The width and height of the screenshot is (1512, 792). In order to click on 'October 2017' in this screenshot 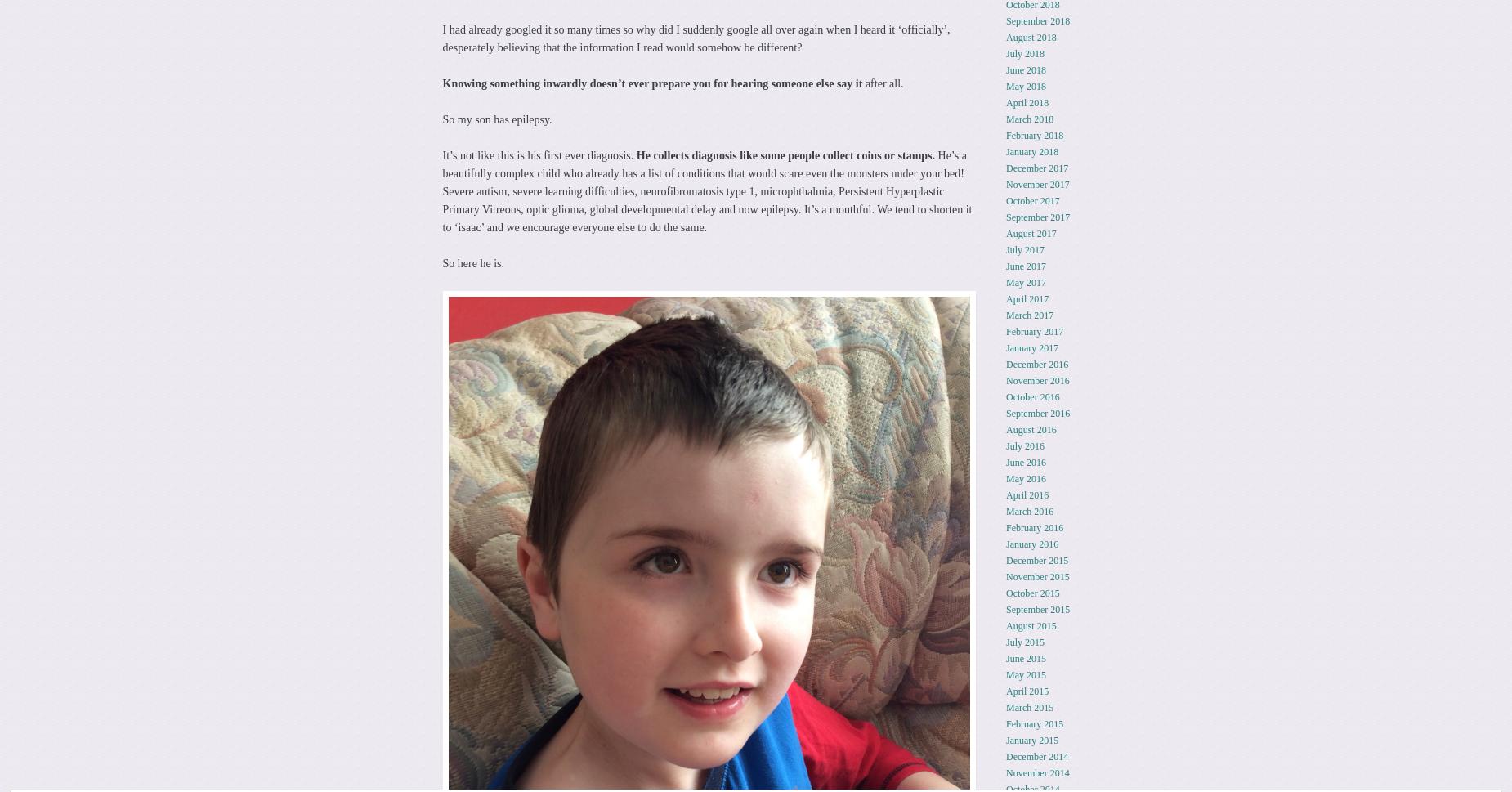, I will do `click(1031, 199)`.